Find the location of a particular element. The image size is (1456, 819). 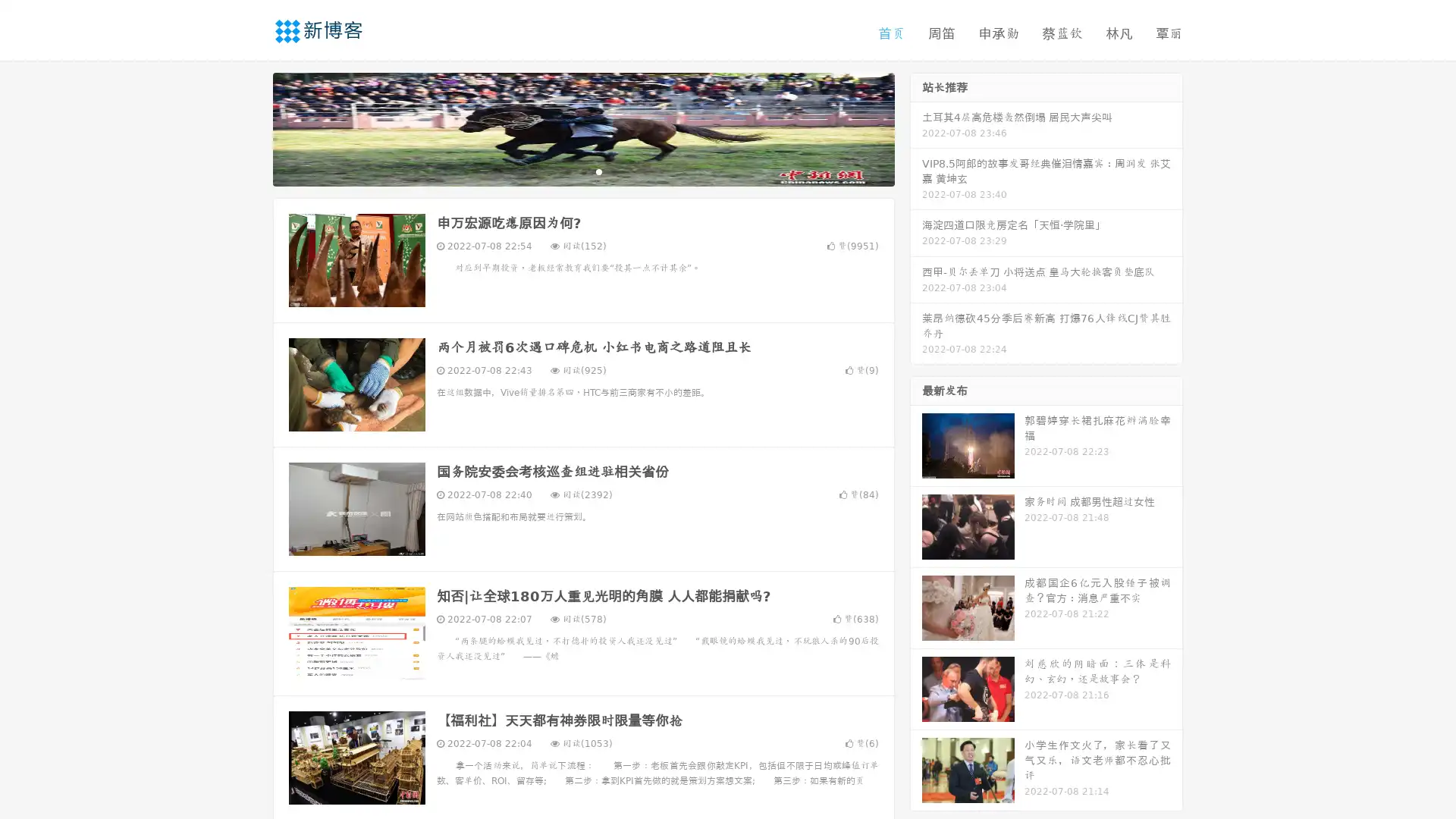

Next slide is located at coordinates (916, 127).